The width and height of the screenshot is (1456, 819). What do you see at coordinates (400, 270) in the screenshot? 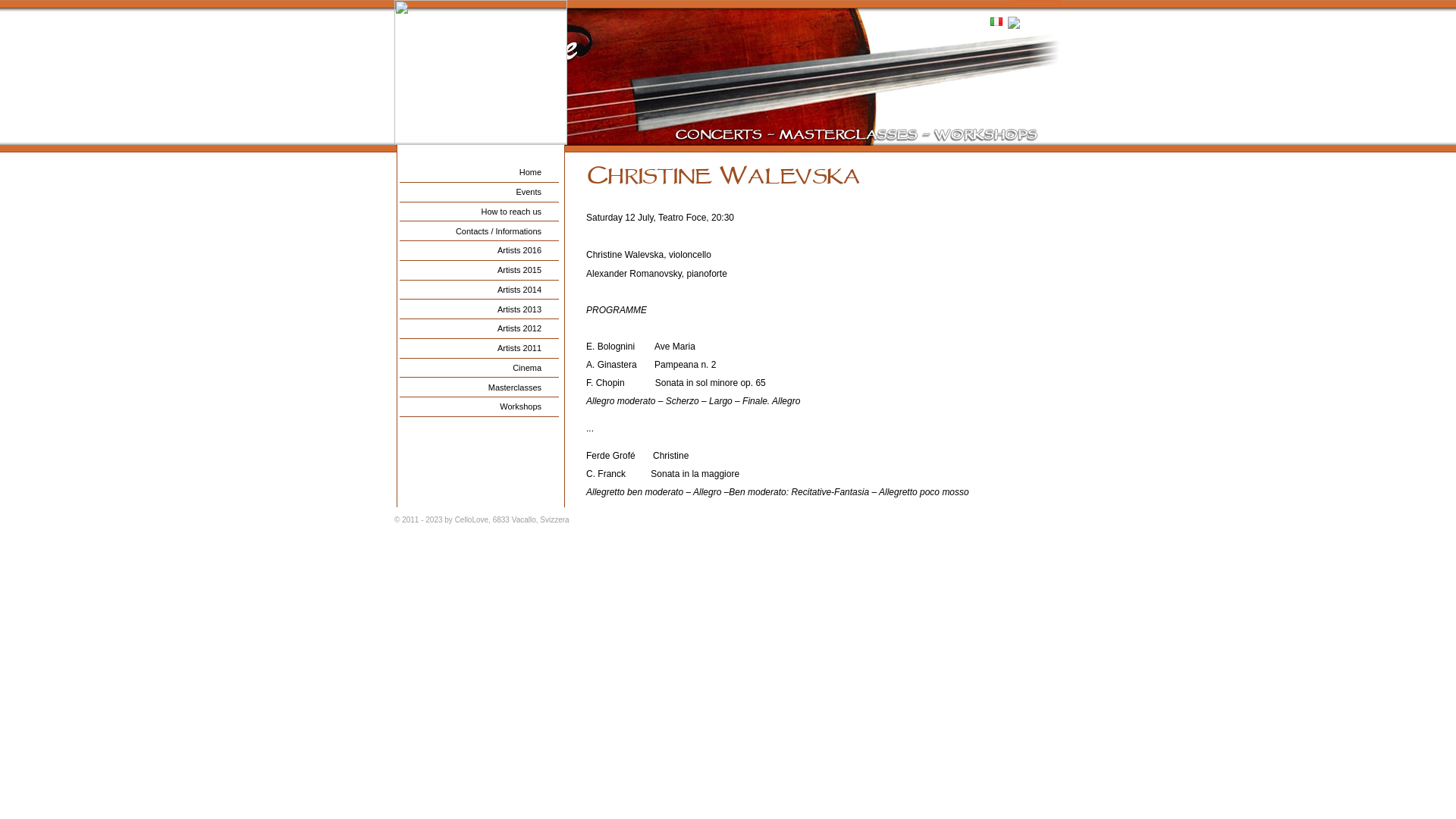
I see `'Artists 2015'` at bounding box center [400, 270].